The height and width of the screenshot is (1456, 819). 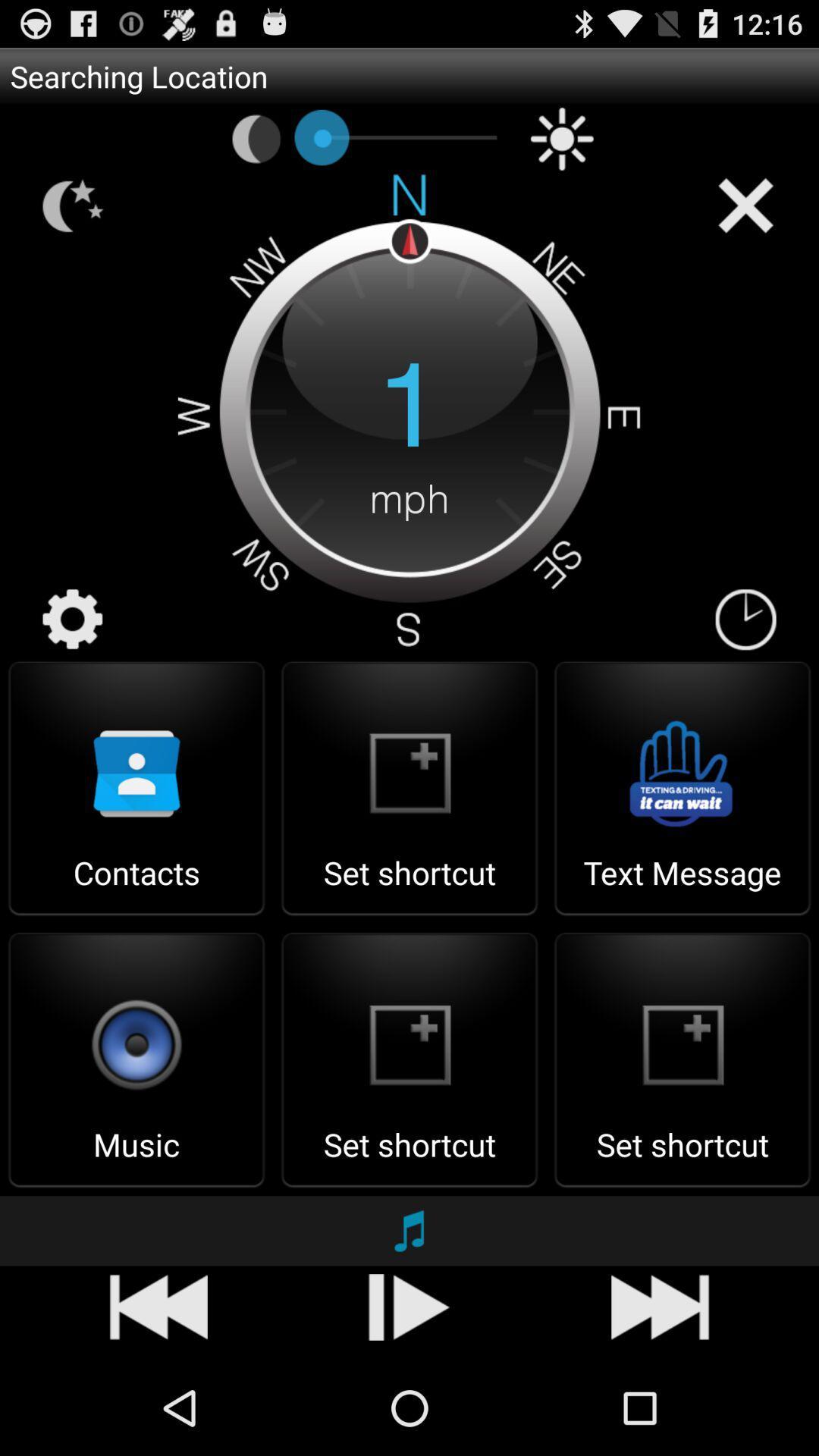 What do you see at coordinates (256, 139) in the screenshot?
I see `icon below the searching location app` at bounding box center [256, 139].